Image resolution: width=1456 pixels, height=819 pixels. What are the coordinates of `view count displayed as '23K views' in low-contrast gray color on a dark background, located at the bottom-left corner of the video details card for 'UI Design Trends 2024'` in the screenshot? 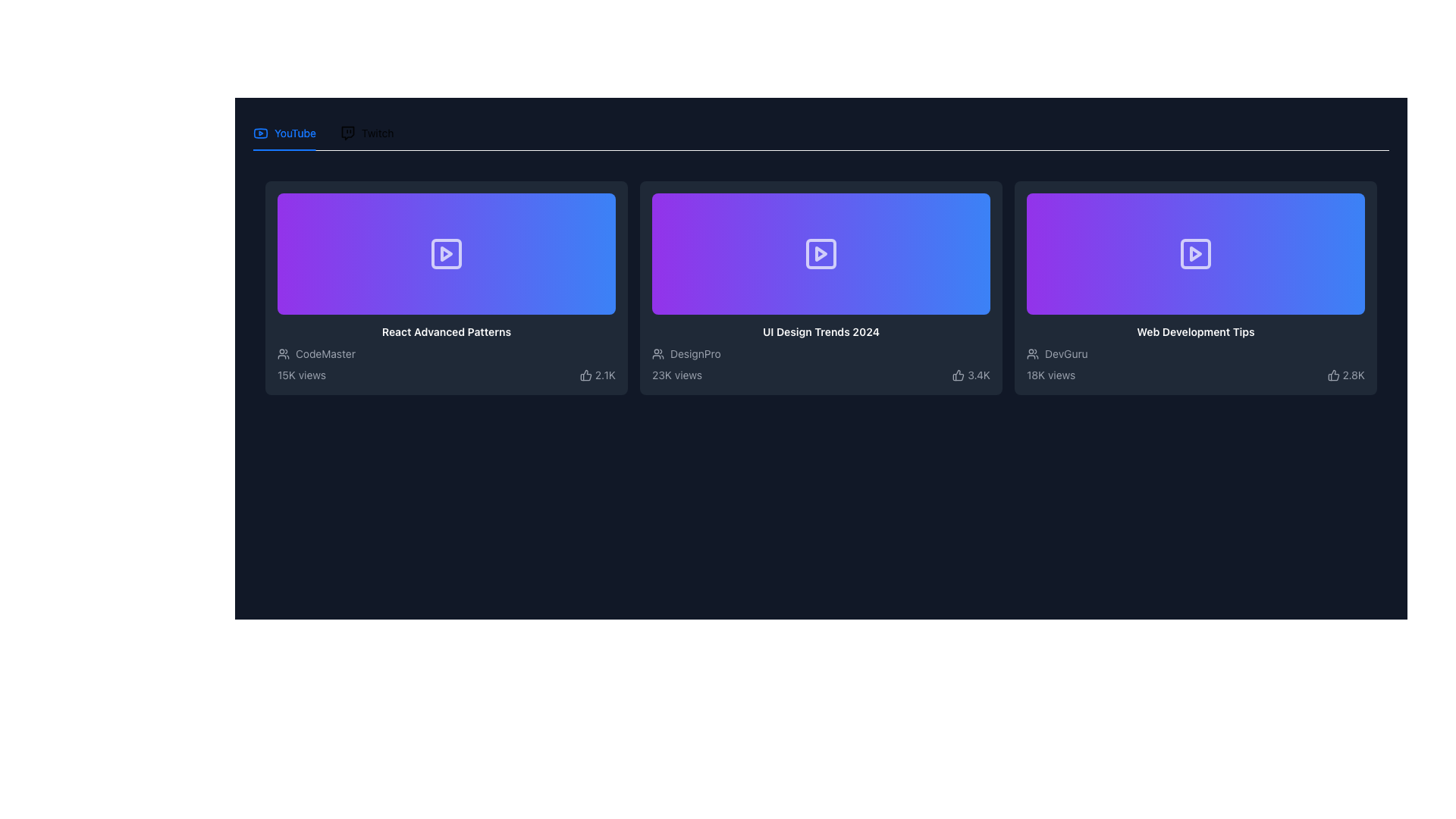 It's located at (676, 375).